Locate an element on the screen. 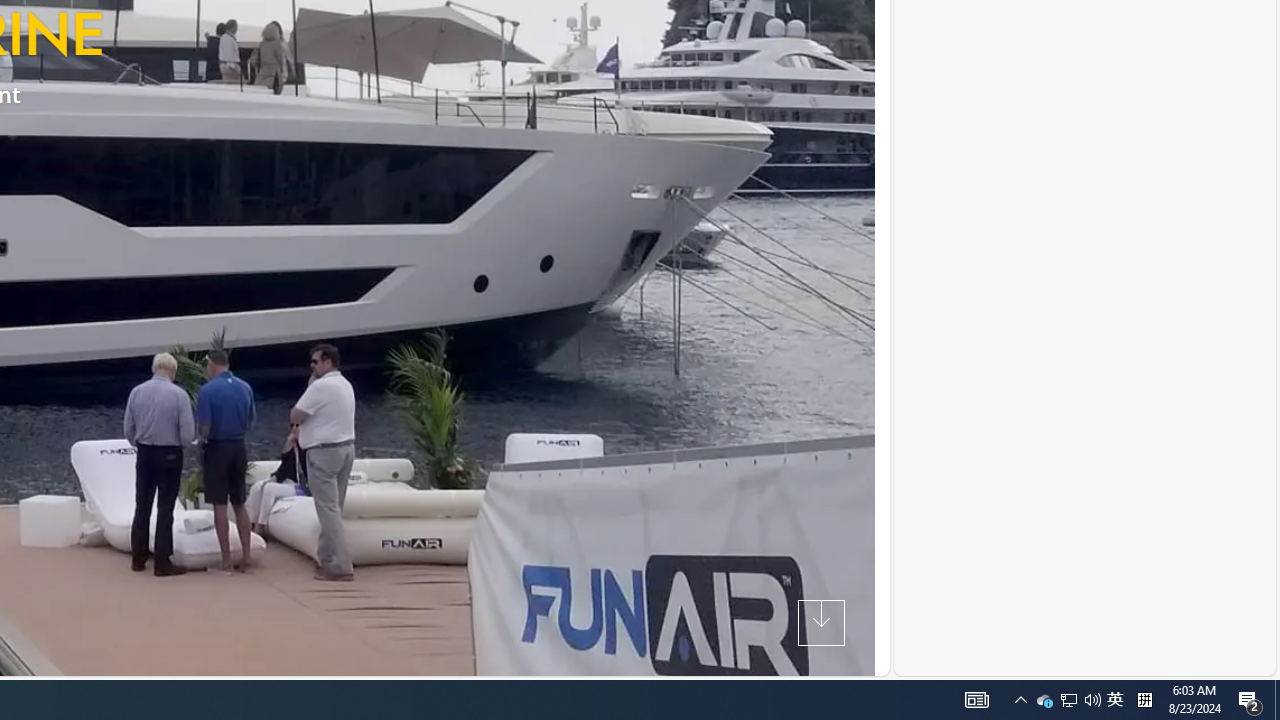  'Next Section' is located at coordinates (821, 621).